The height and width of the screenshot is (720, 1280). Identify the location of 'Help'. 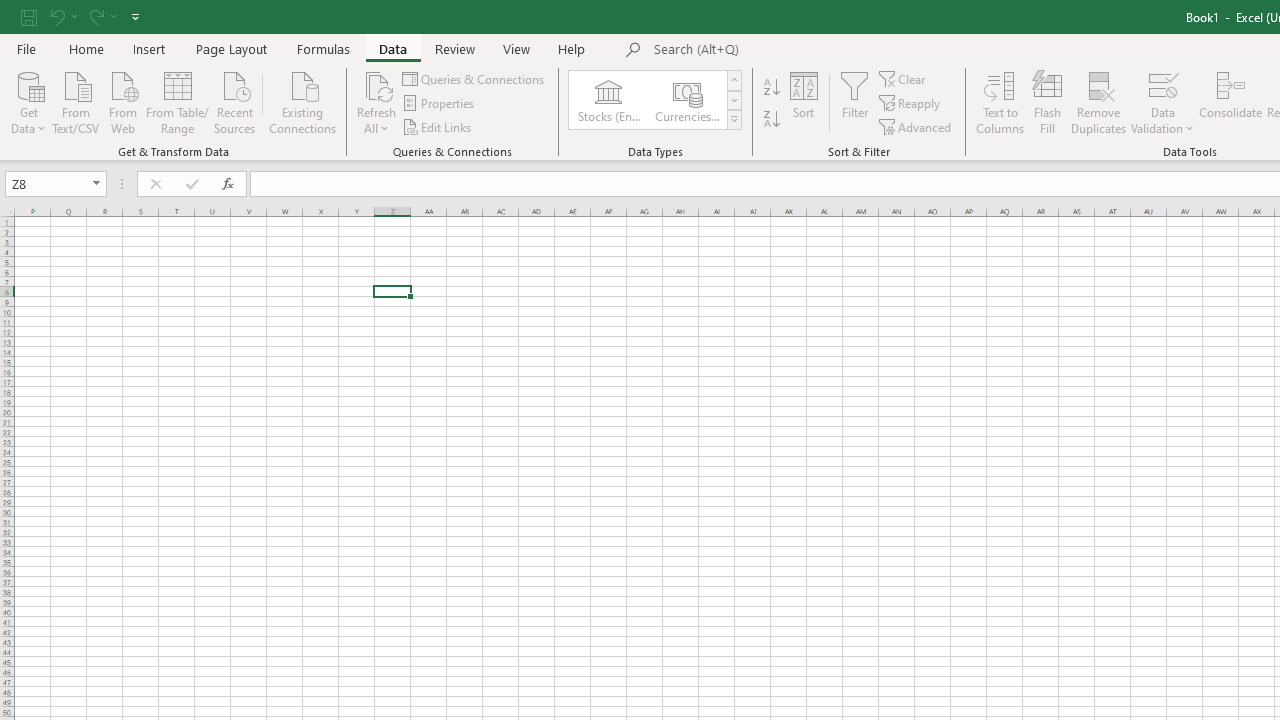
(571, 48).